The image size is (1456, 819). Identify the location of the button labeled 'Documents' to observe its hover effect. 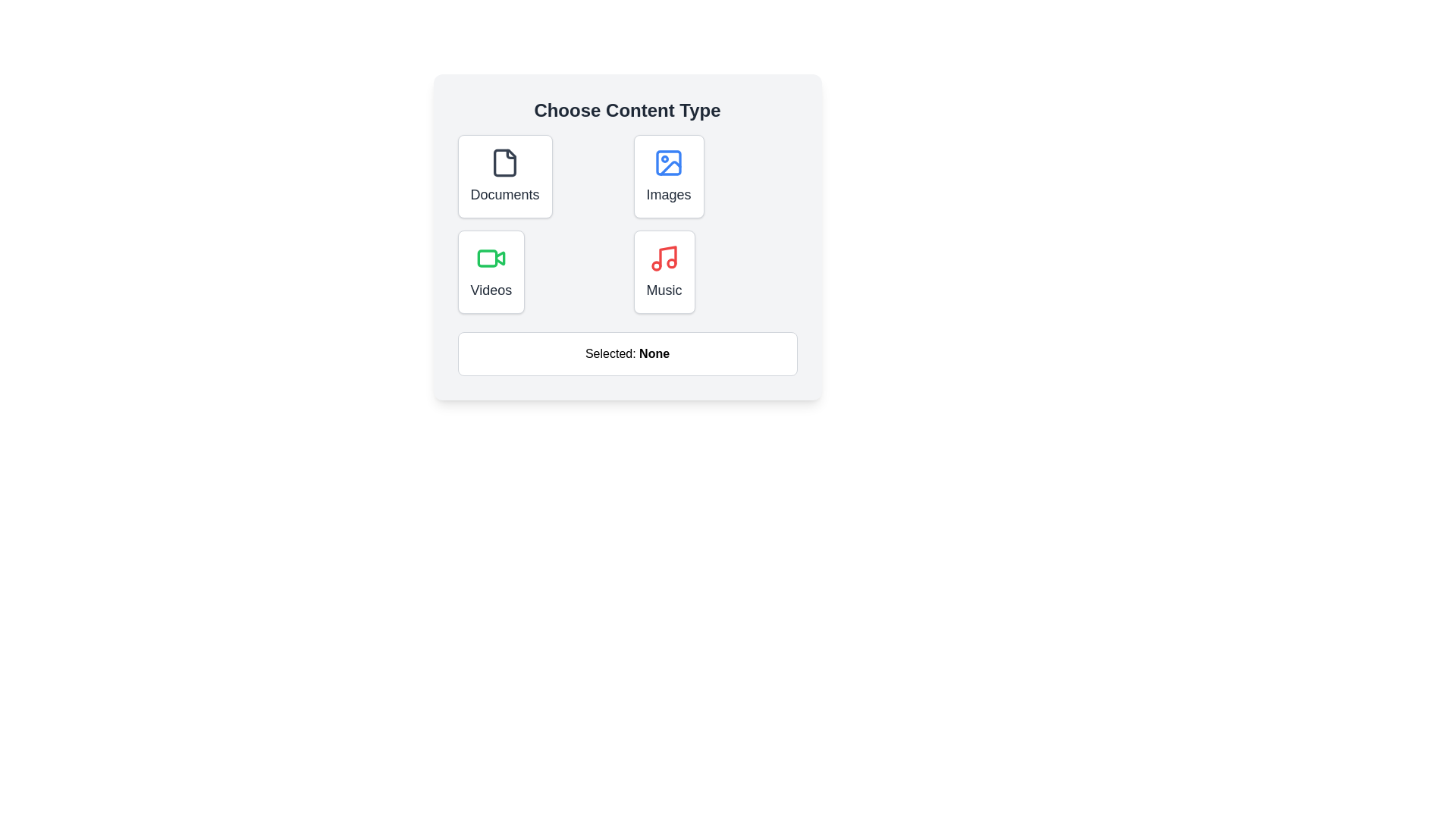
(505, 175).